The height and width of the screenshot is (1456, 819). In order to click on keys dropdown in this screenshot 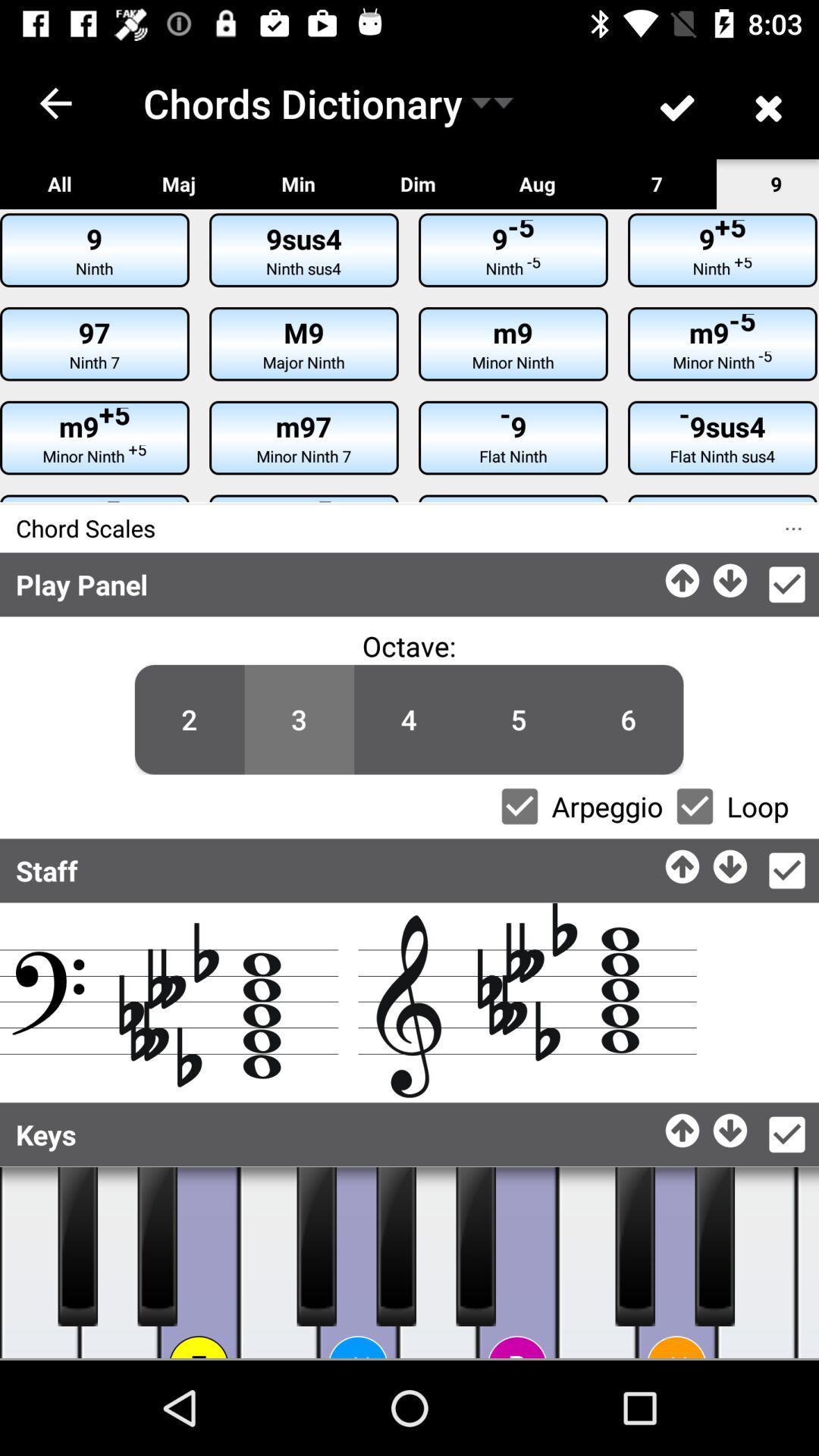, I will do `click(786, 1134)`.